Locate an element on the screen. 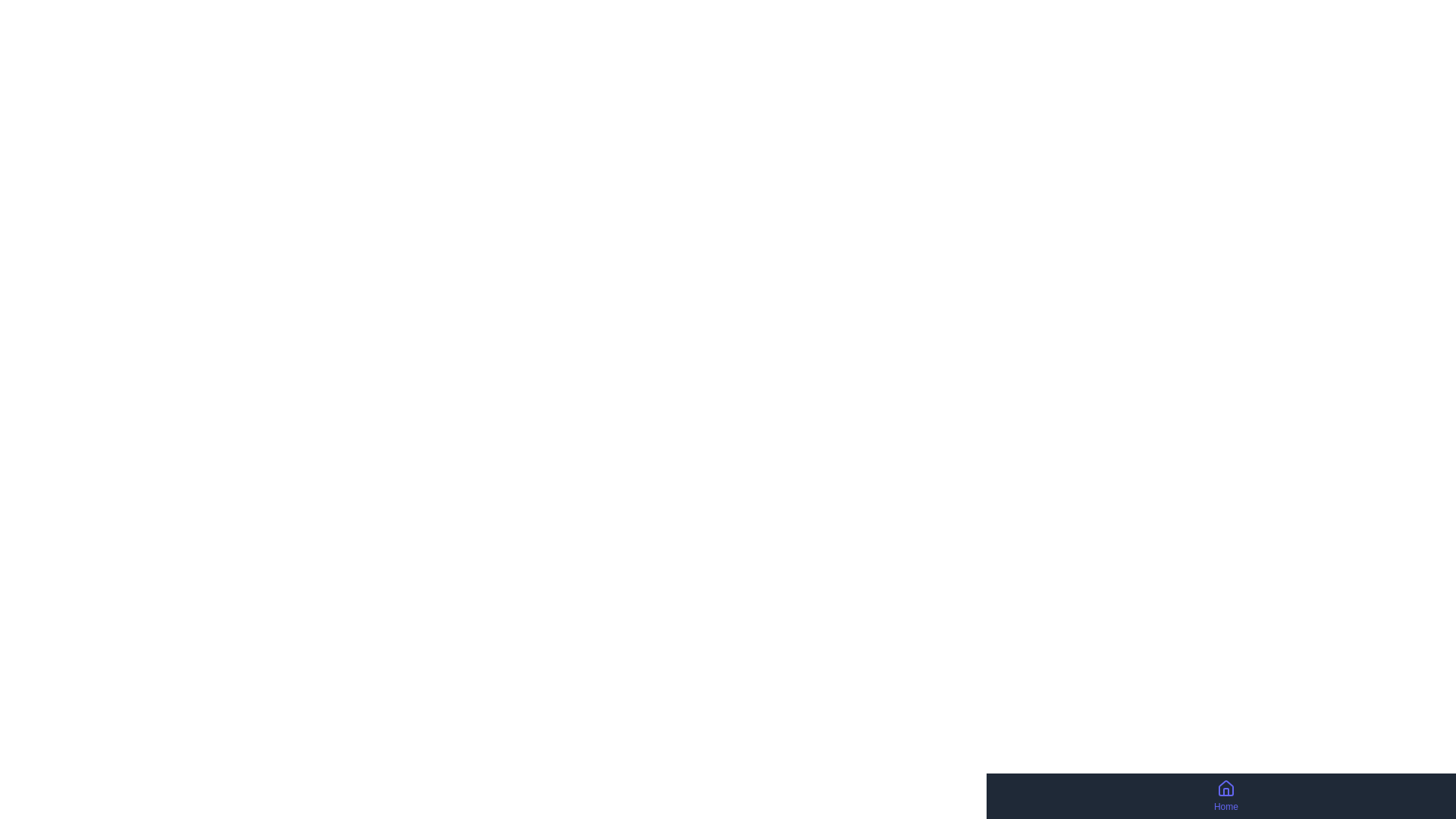  the 'Home' button, which is the first button with a house icon and 'Home' text in indigo color is located at coordinates (1225, 795).